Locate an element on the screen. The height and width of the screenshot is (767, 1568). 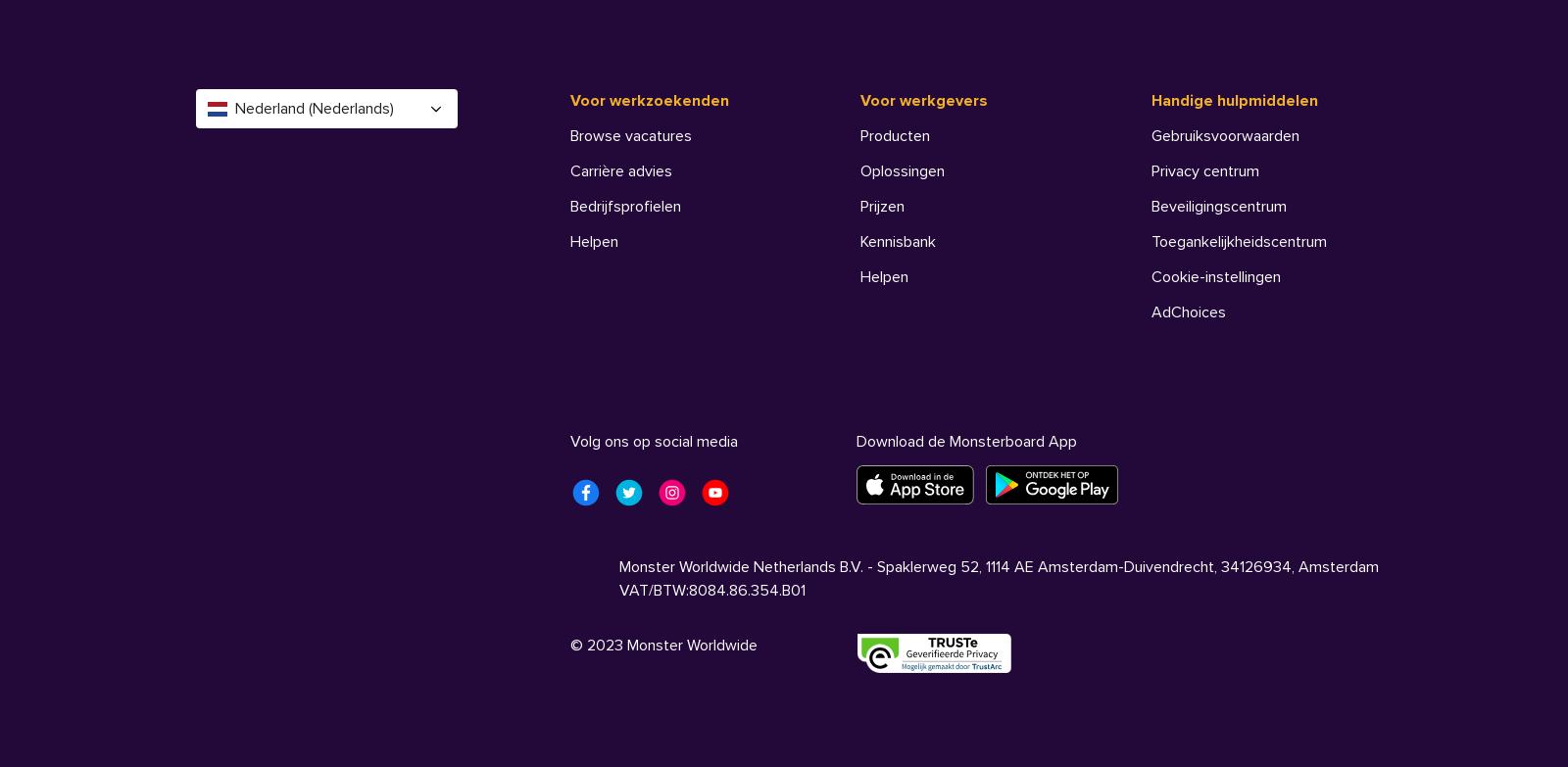
'Carrière advies' is located at coordinates (619, 171).